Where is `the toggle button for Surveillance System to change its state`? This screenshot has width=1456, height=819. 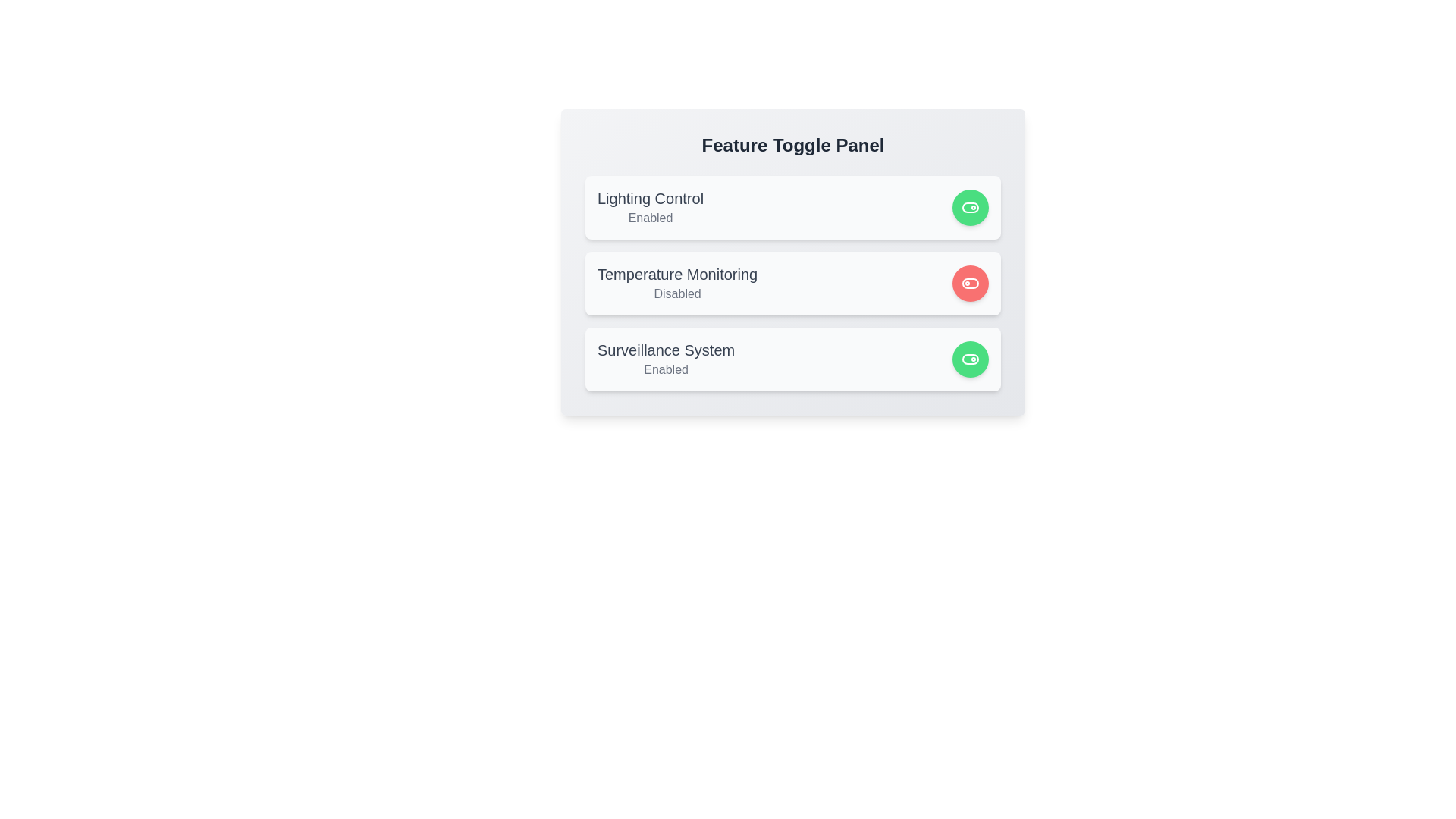
the toggle button for Surveillance System to change its state is located at coordinates (971, 359).